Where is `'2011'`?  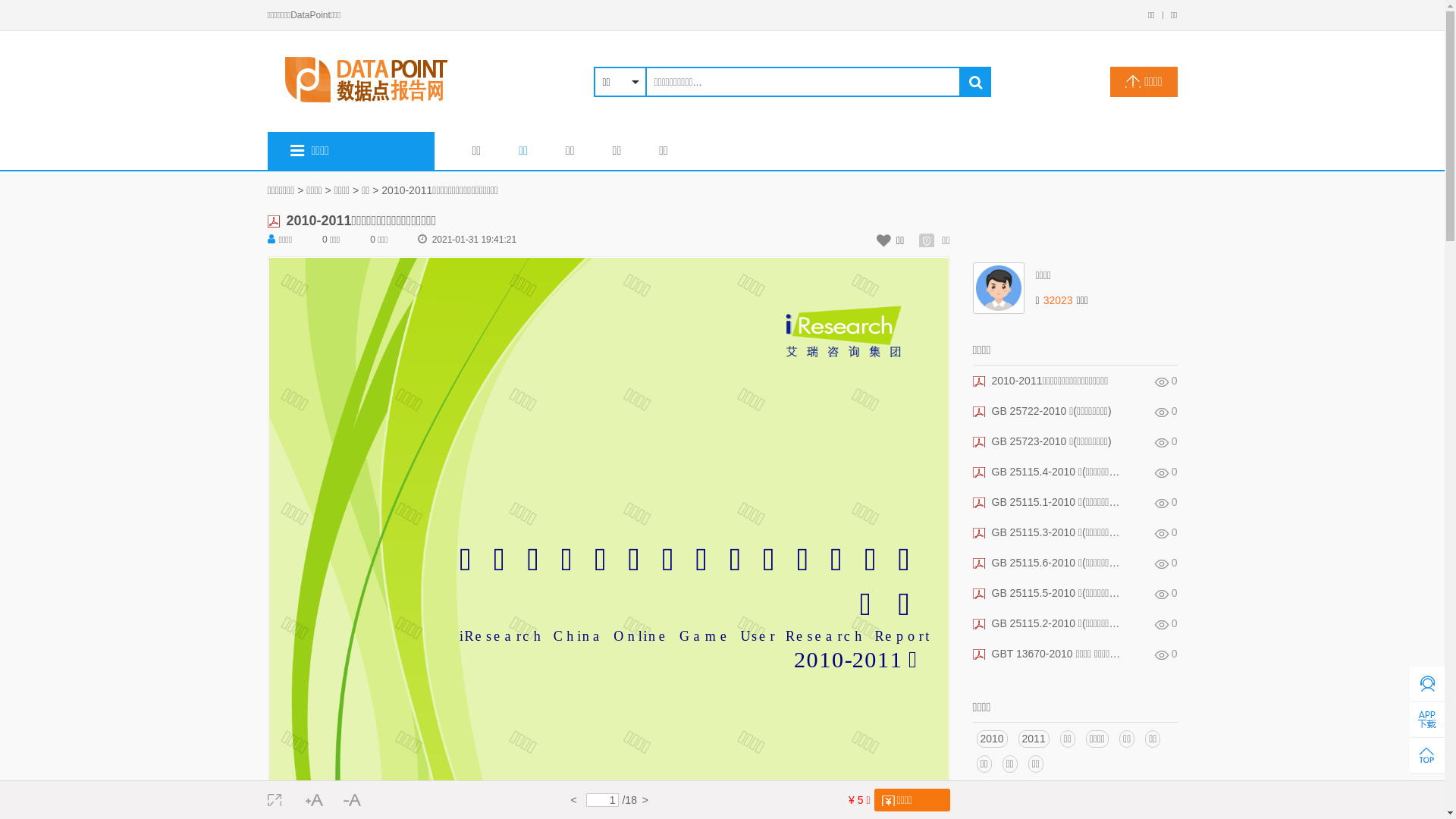 '2011' is located at coordinates (1033, 738).